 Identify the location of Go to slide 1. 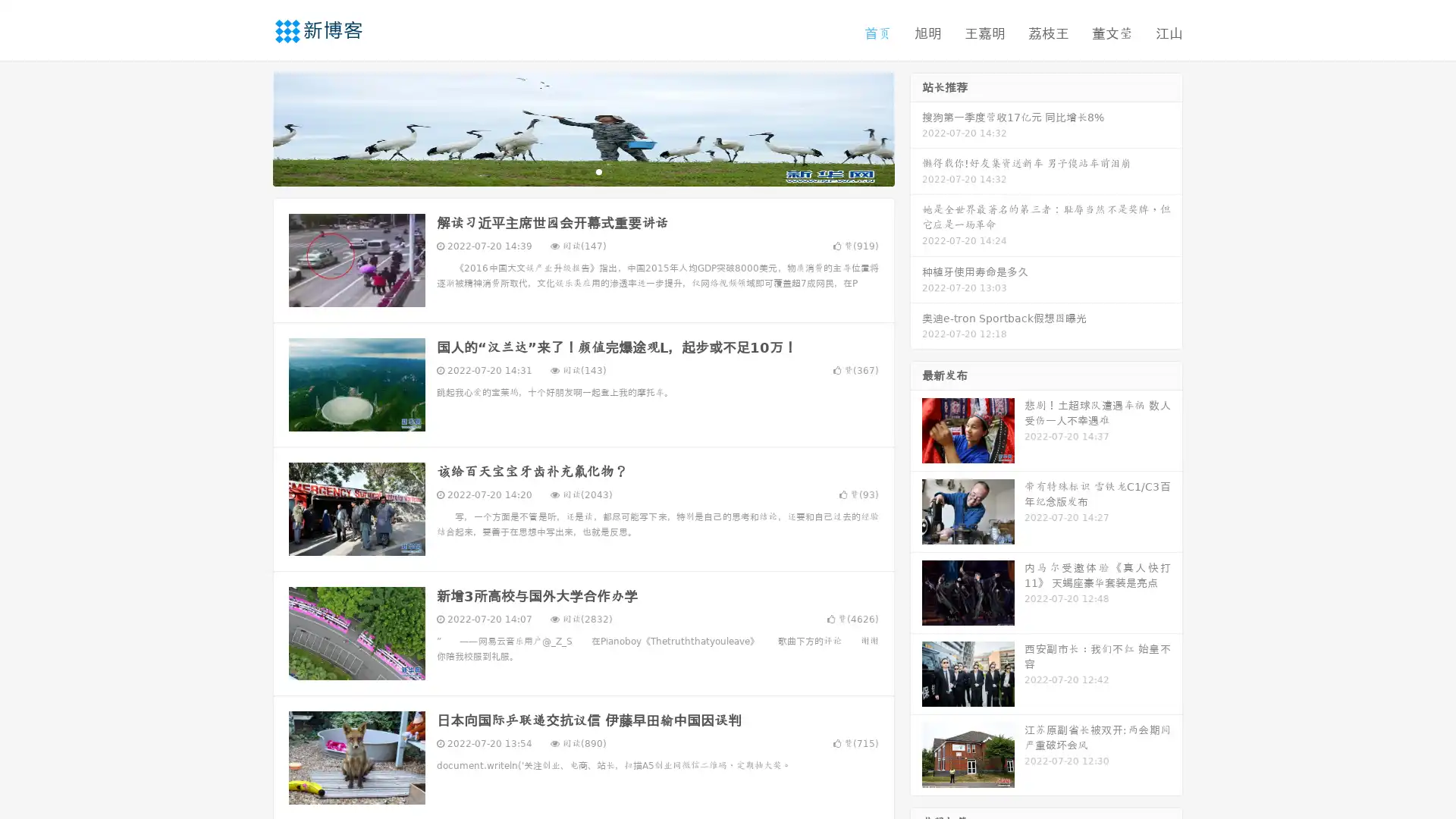
(567, 171).